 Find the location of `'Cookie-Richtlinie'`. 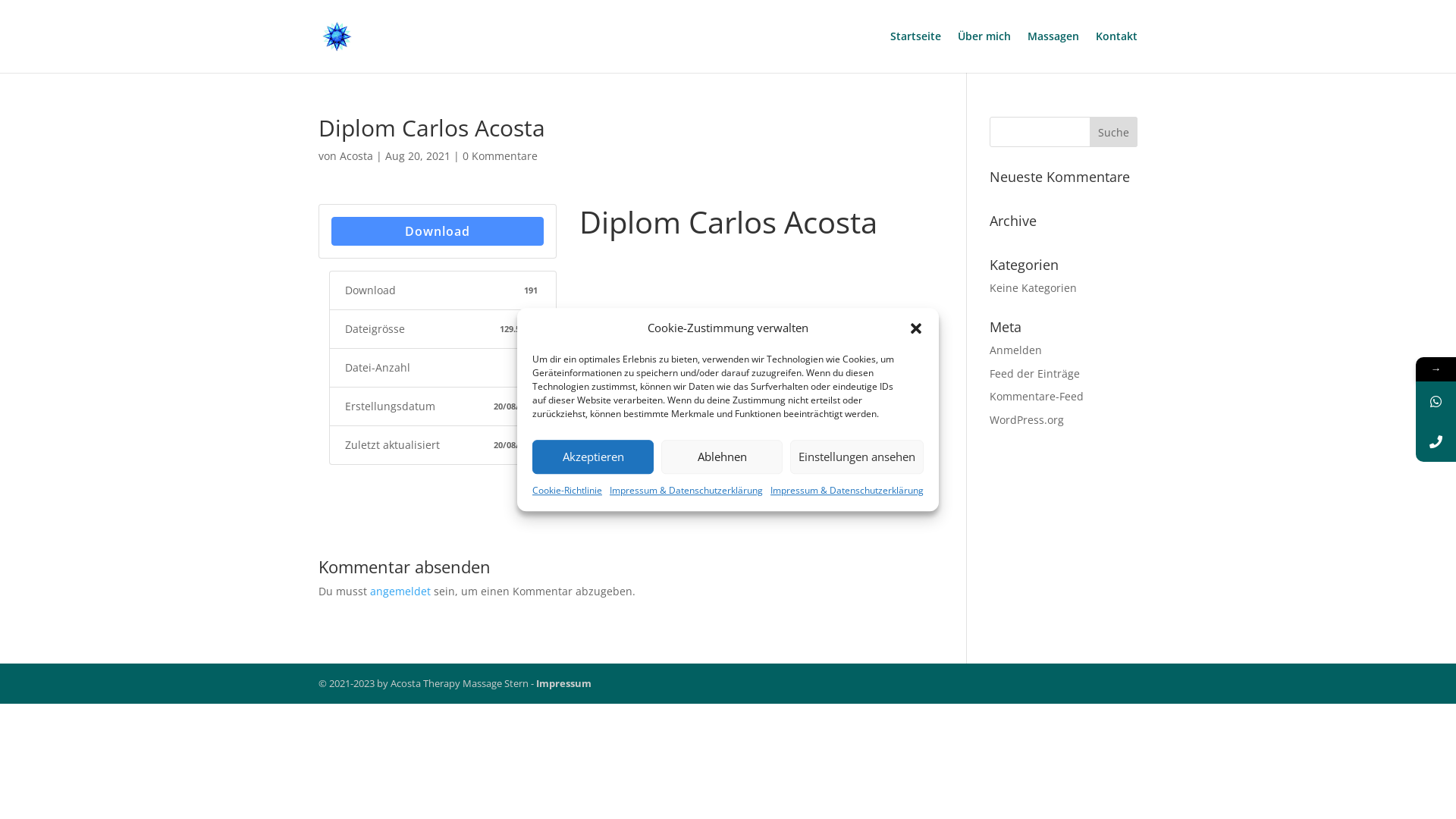

'Cookie-Richtlinie' is located at coordinates (566, 491).